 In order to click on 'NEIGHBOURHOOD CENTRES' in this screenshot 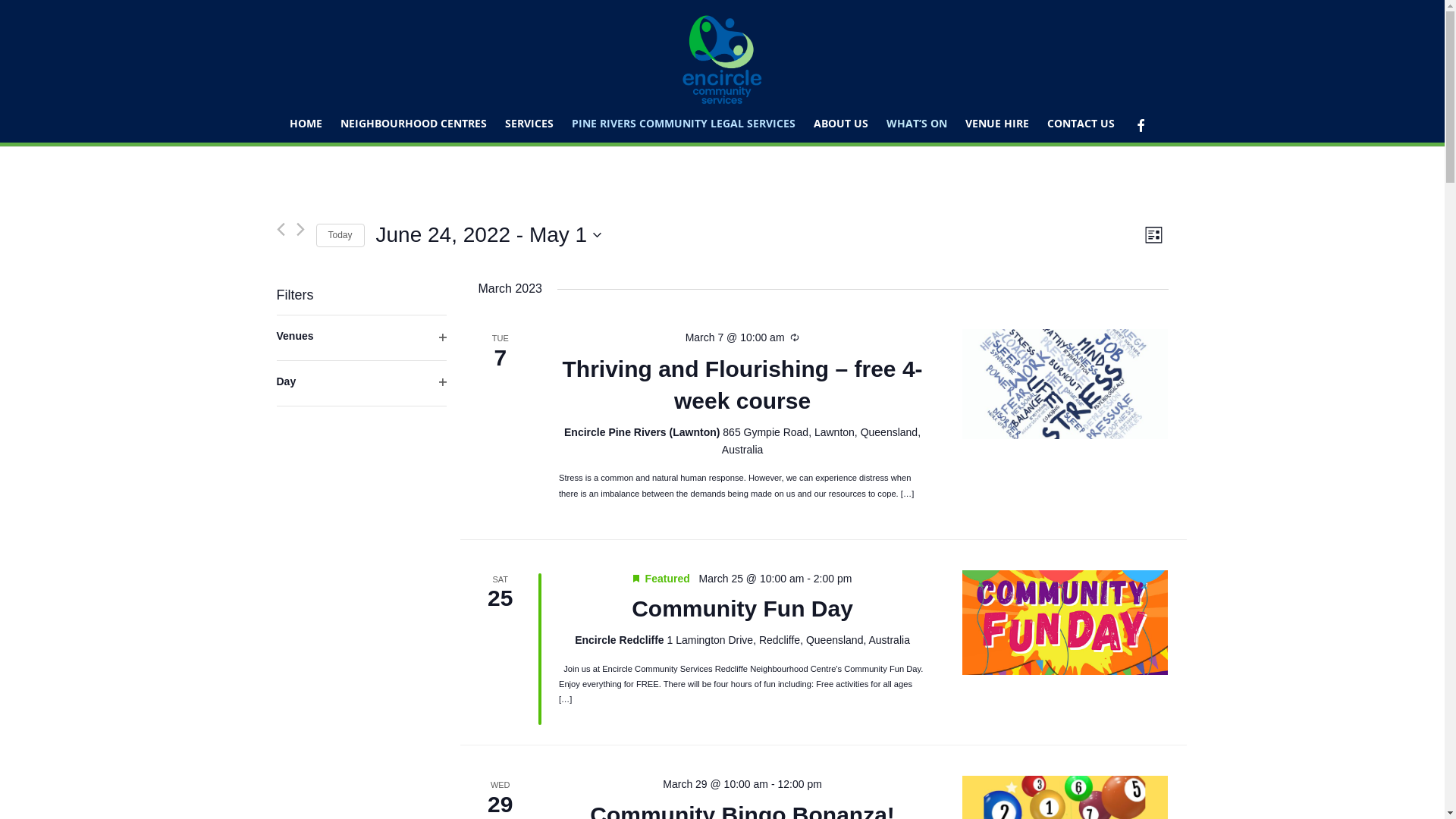, I will do `click(413, 122)`.